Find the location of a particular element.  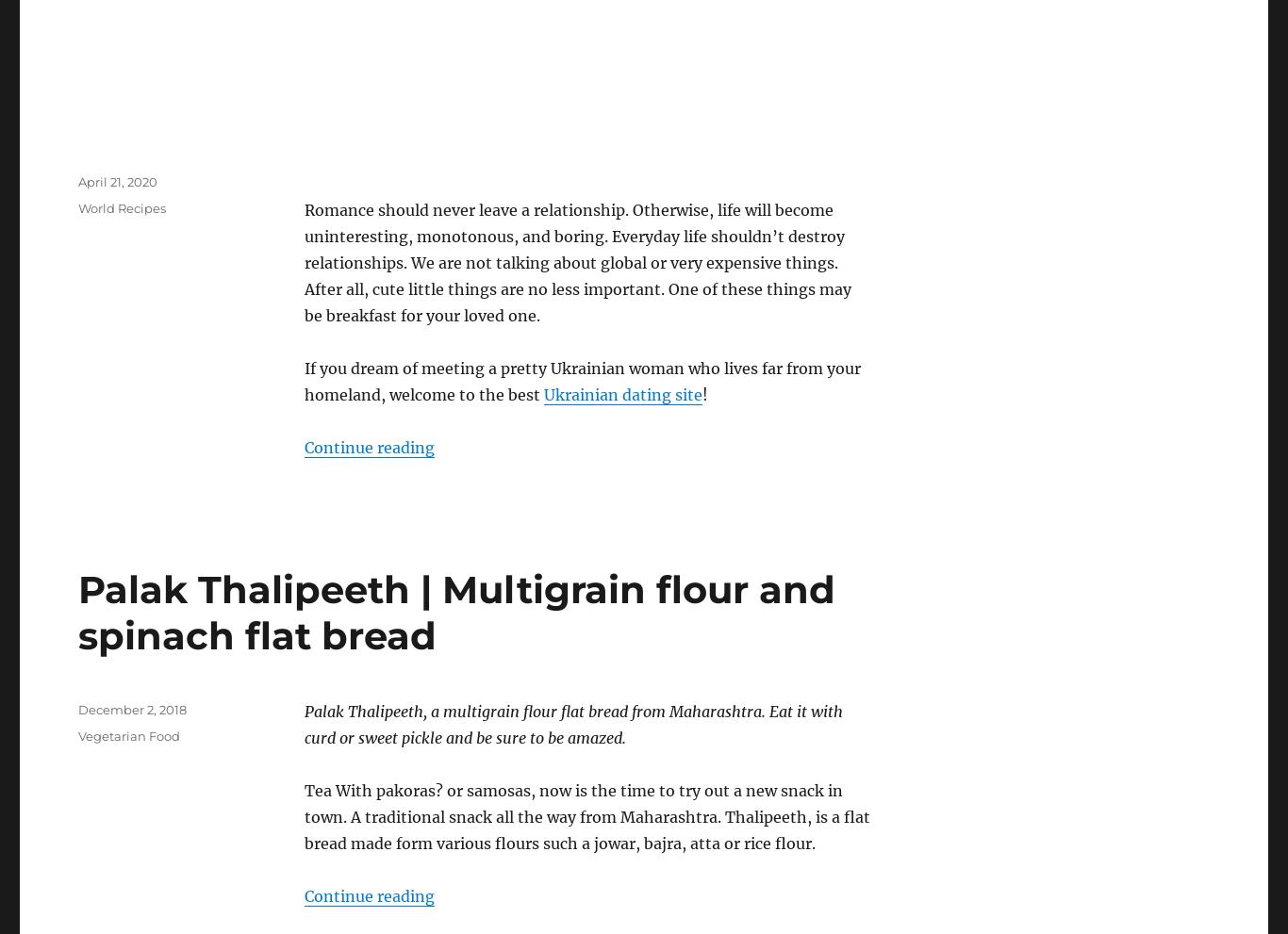

'December 2, 2018' is located at coordinates (131, 707).